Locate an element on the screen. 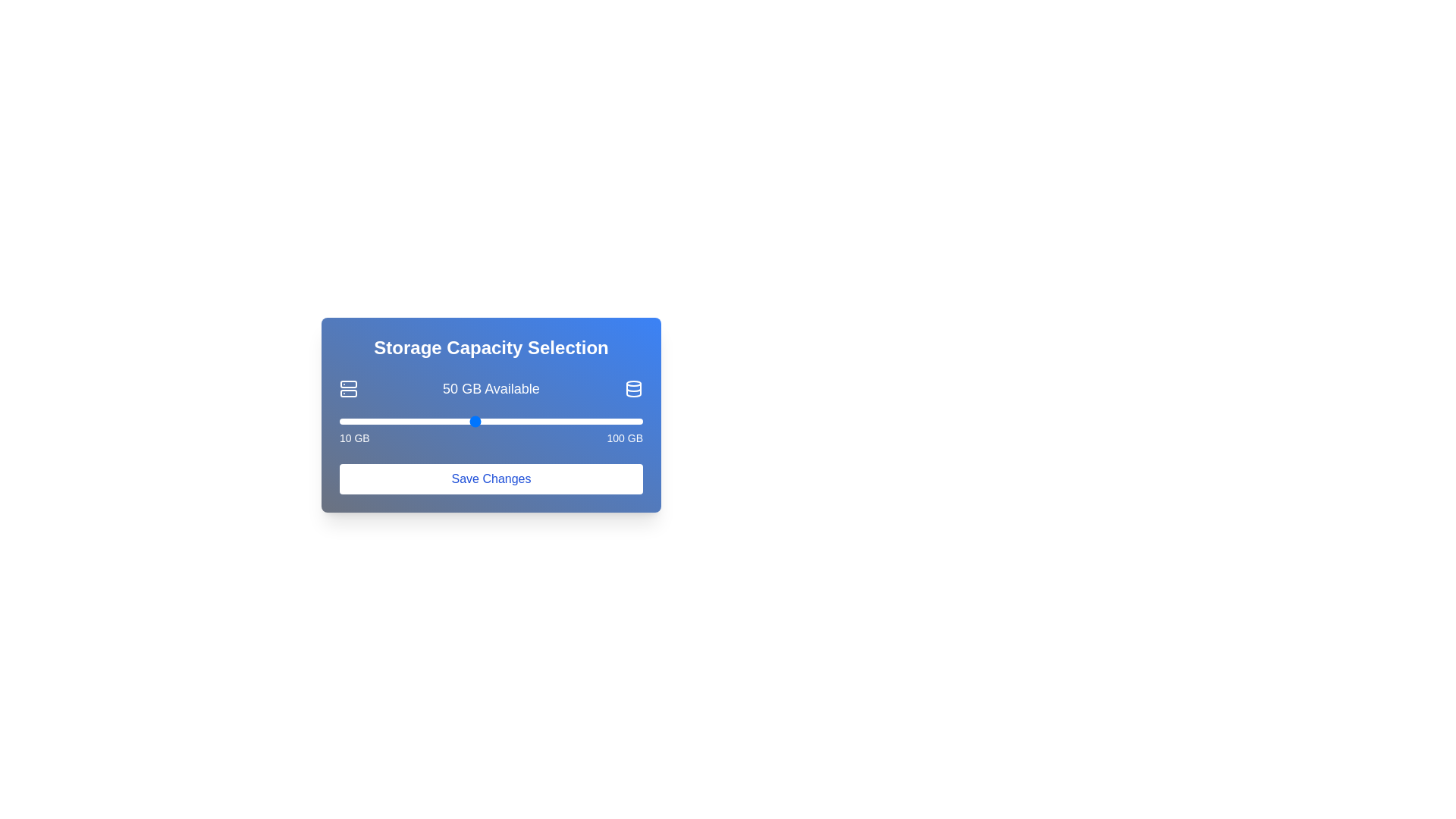 The width and height of the screenshot is (1456, 819). the database icon adjacent to the storage text is located at coordinates (633, 388).